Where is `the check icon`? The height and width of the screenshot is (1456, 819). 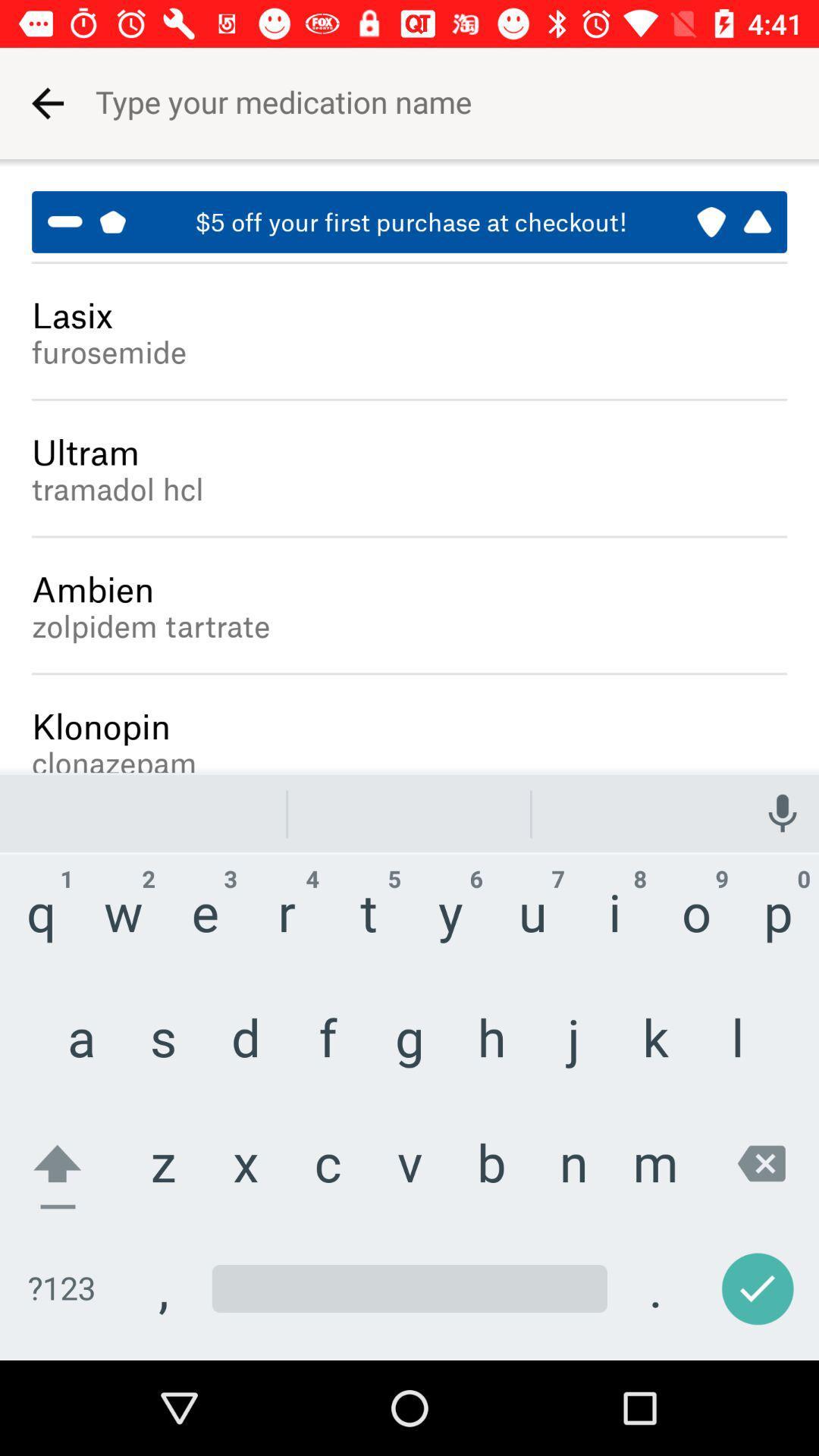 the check icon is located at coordinates (755, 1295).